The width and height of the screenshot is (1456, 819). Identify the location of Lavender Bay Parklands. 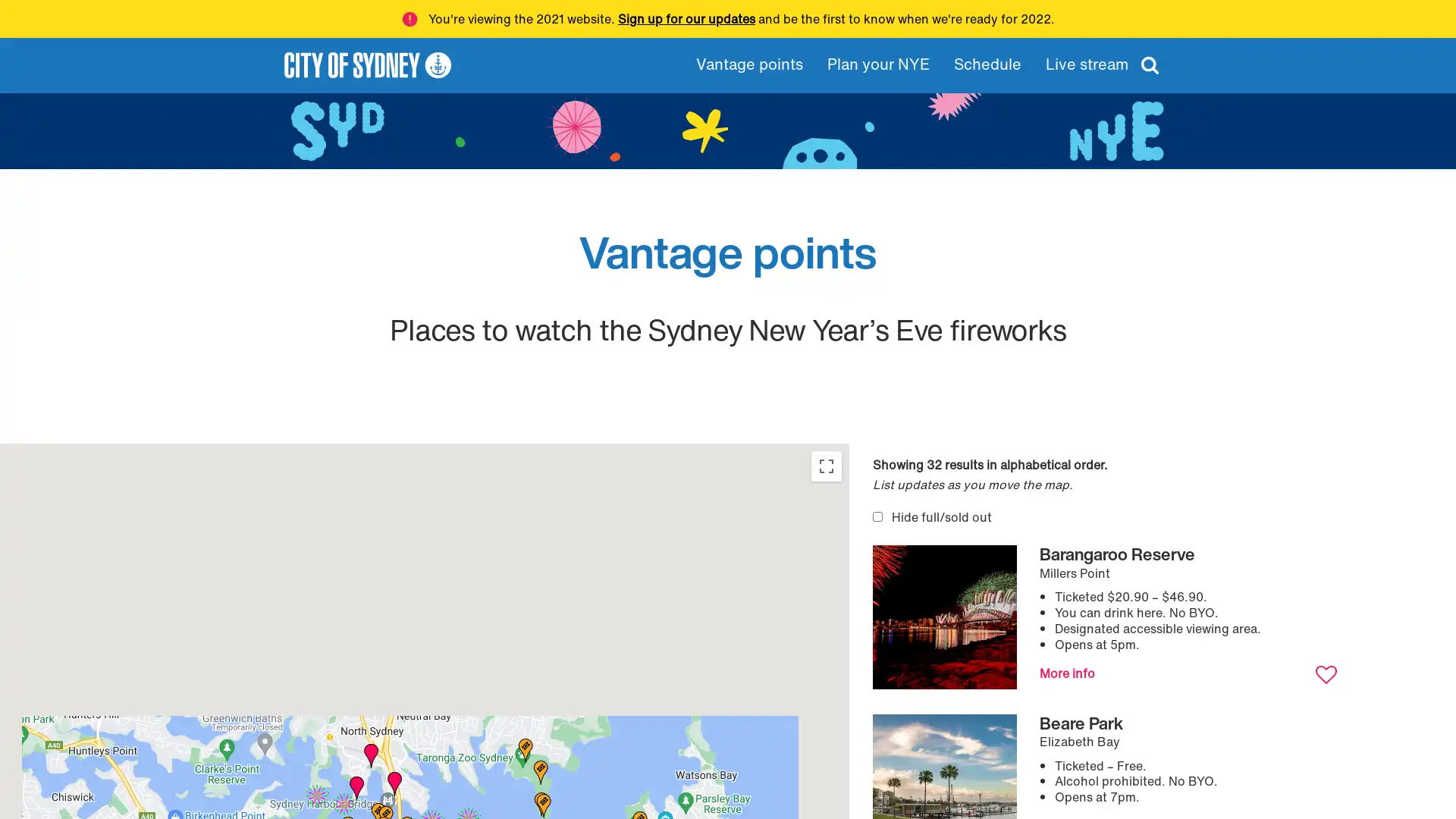
(370, 778).